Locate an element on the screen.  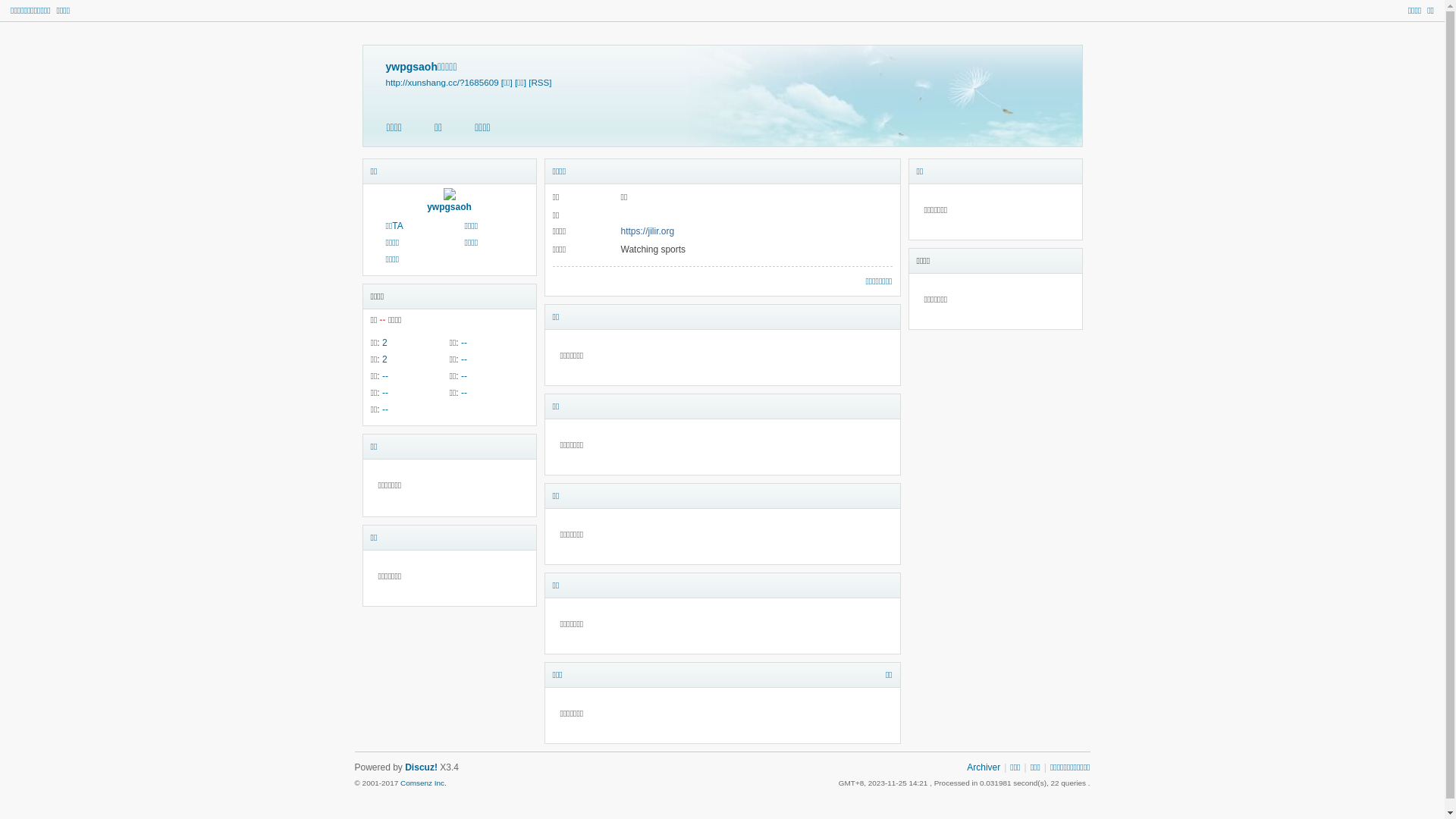
'http://xunshang.cc/?1685609' is located at coordinates (441, 82).